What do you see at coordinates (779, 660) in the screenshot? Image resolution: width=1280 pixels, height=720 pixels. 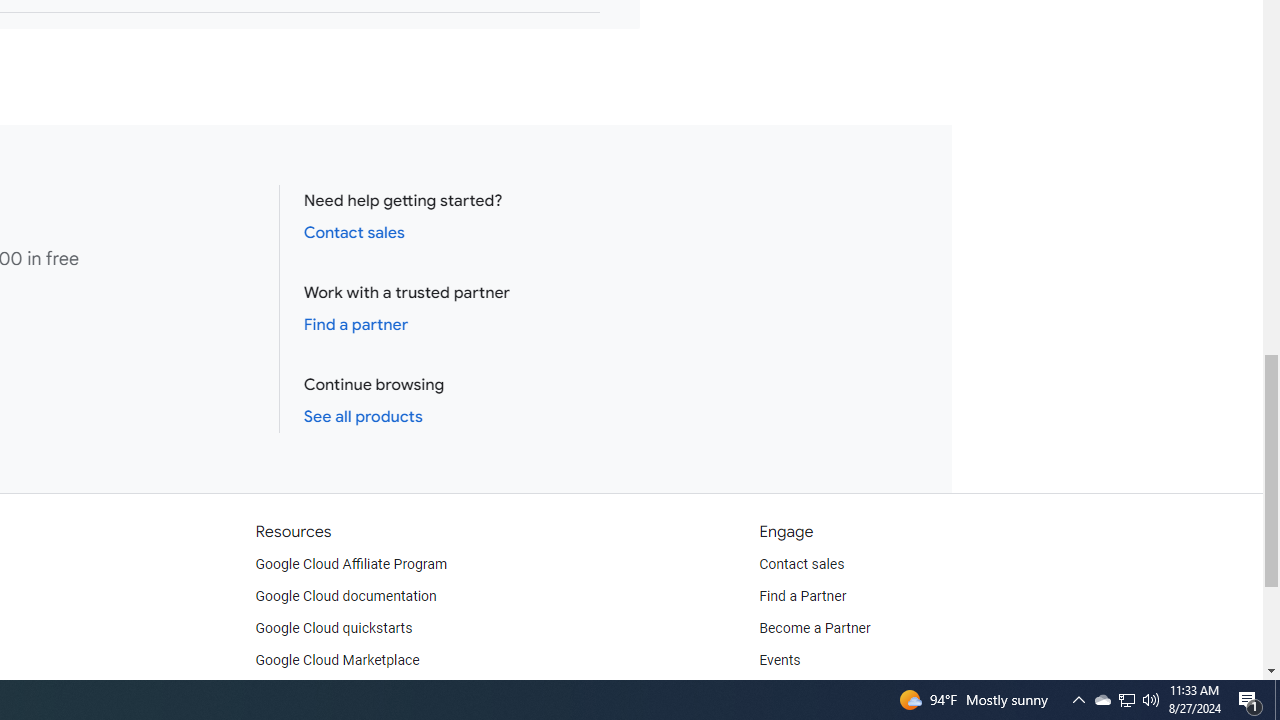 I see `'Events'` at bounding box center [779, 660].